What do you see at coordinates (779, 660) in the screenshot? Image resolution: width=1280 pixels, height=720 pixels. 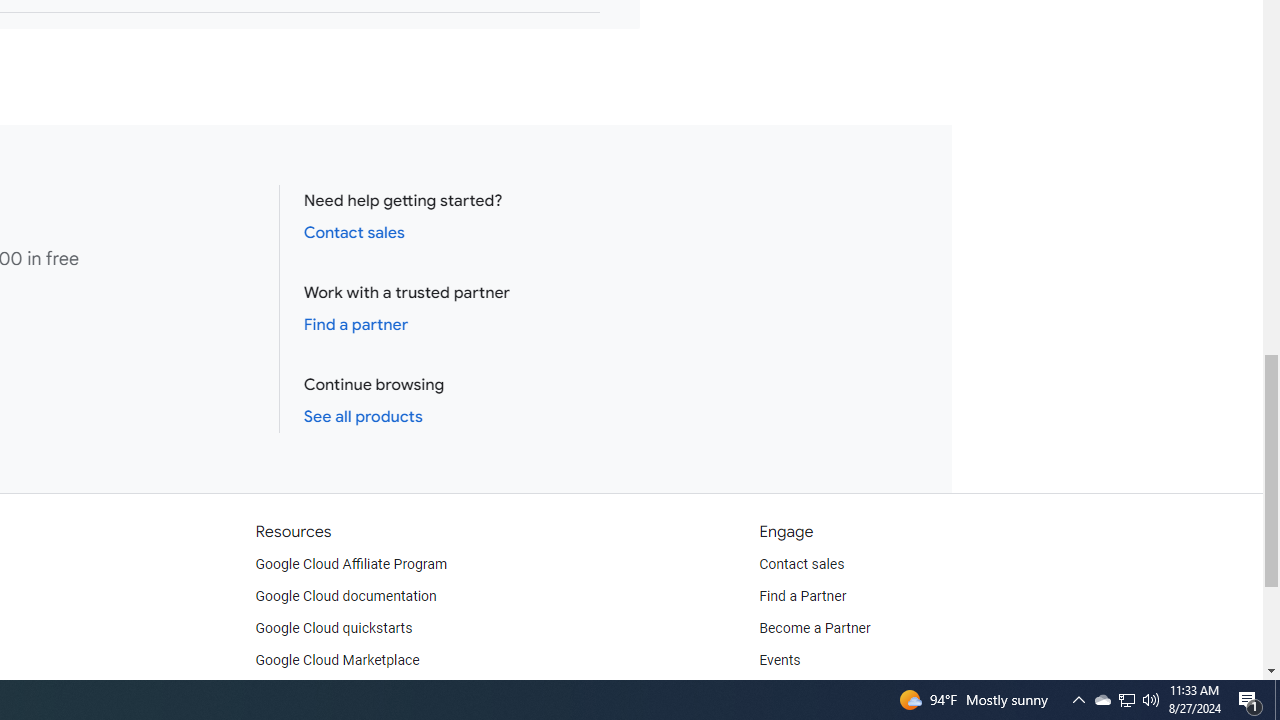 I see `'Events'` at bounding box center [779, 660].